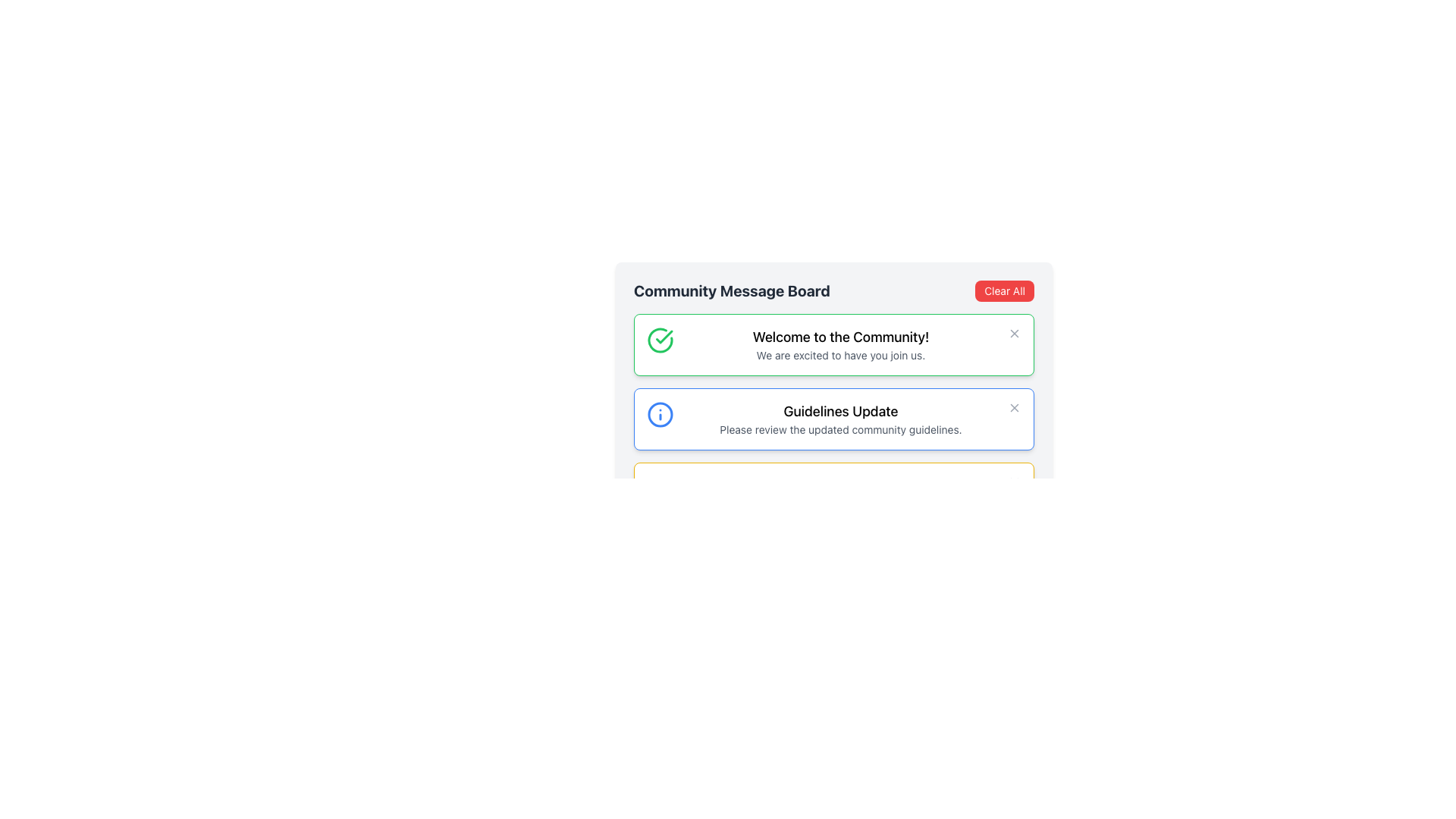 Image resolution: width=1456 pixels, height=819 pixels. Describe the element at coordinates (1015, 406) in the screenshot. I see `the close button located at the top-right corner of the card titled 'Guidelines Update'` at that location.